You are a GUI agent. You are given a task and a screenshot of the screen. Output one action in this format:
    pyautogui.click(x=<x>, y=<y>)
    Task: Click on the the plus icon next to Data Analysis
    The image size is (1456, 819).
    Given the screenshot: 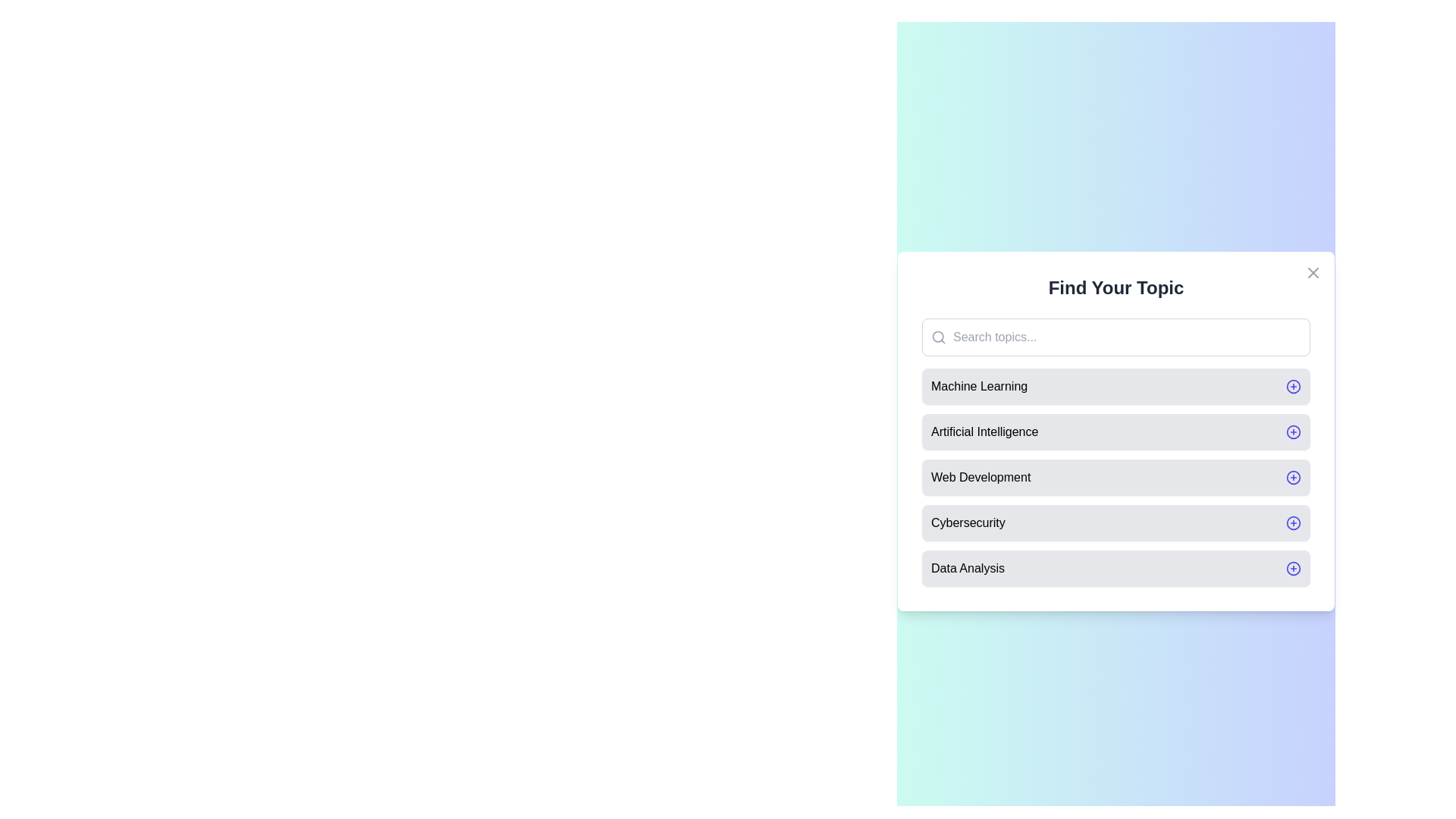 What is the action you would take?
    pyautogui.click(x=1292, y=568)
    